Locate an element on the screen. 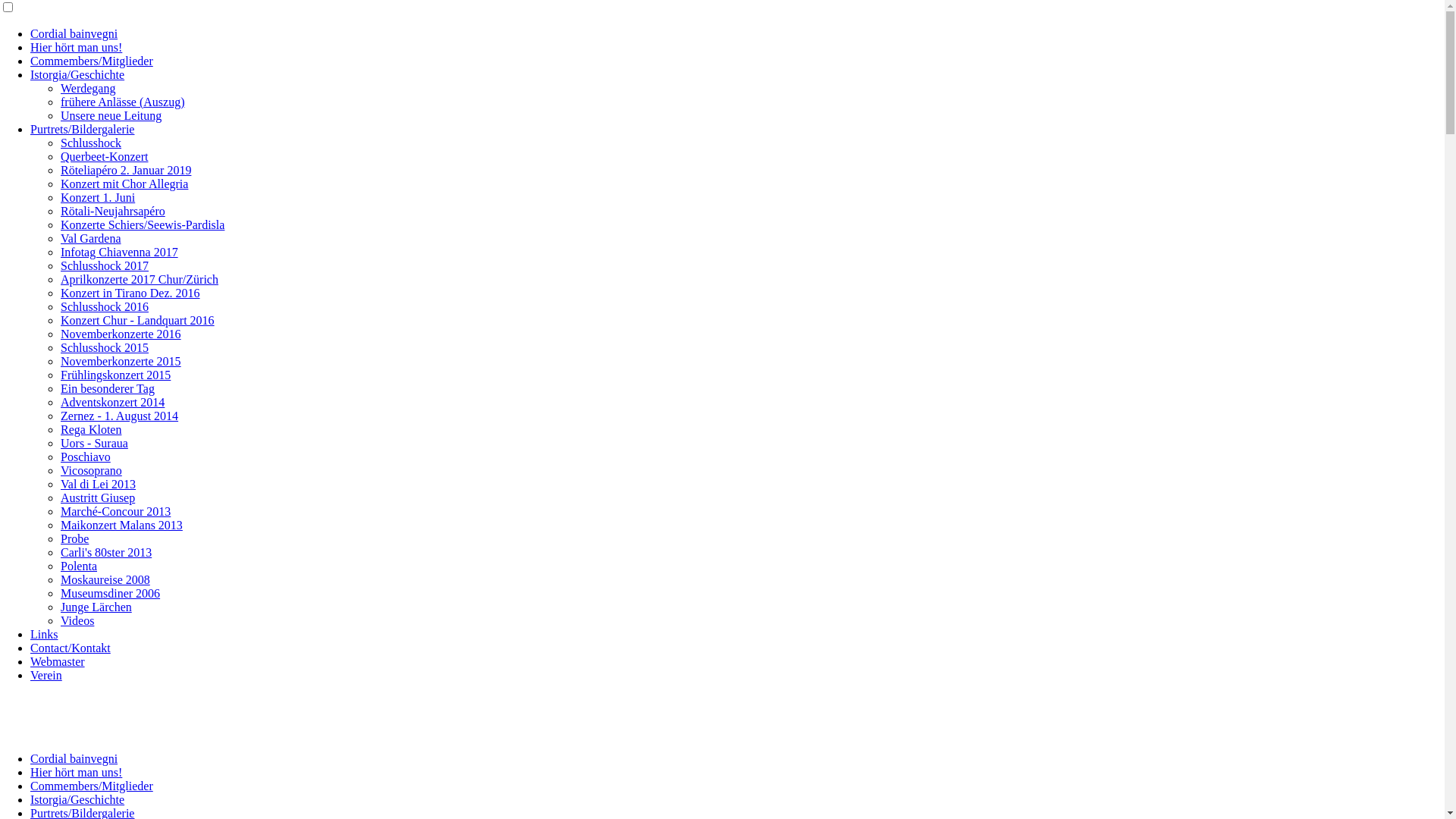 The width and height of the screenshot is (1456, 819). 'Verein' is located at coordinates (46, 674).